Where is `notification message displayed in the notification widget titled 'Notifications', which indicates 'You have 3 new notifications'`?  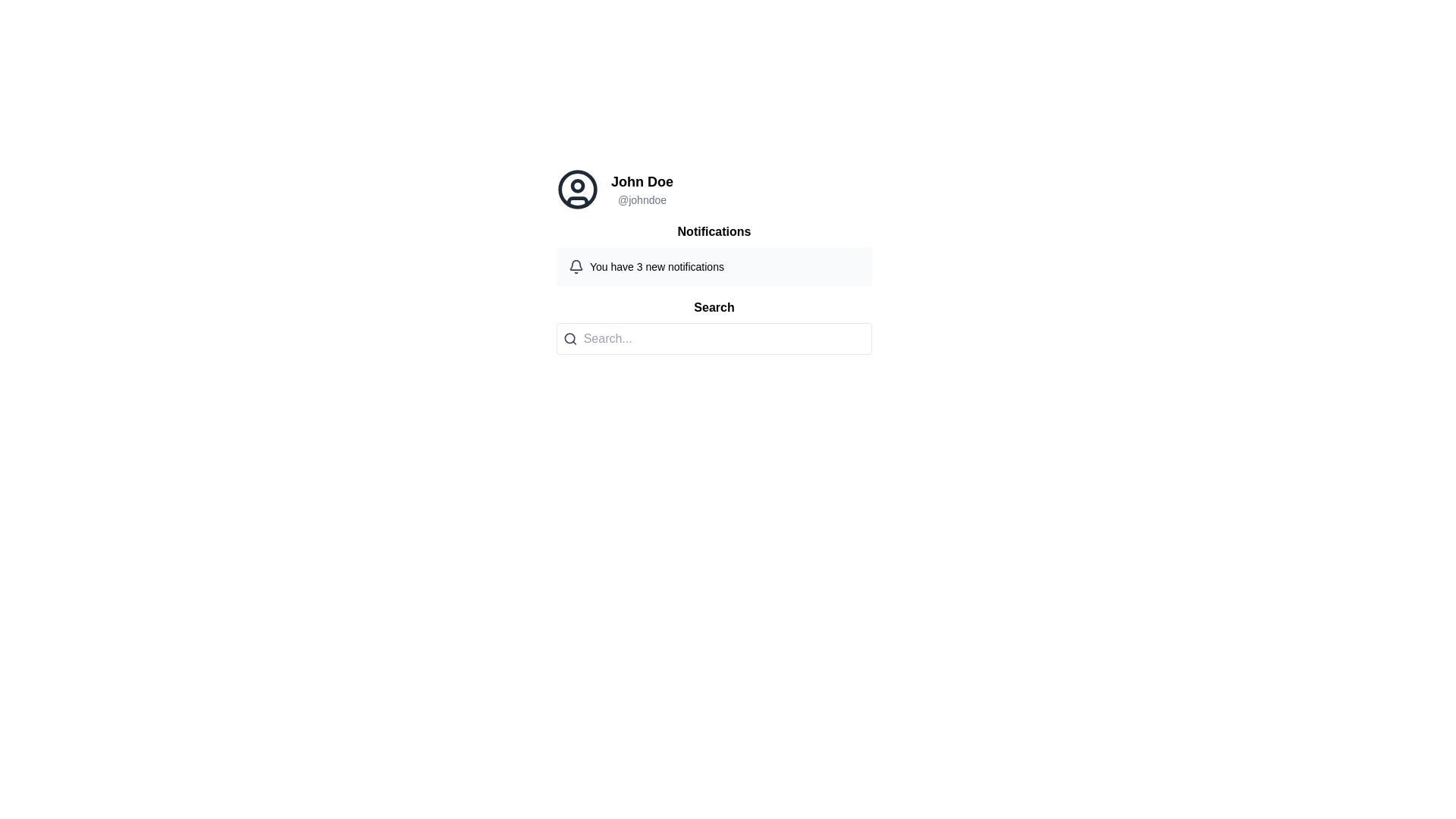 notification message displayed in the notification widget titled 'Notifications', which indicates 'You have 3 new notifications' is located at coordinates (713, 253).